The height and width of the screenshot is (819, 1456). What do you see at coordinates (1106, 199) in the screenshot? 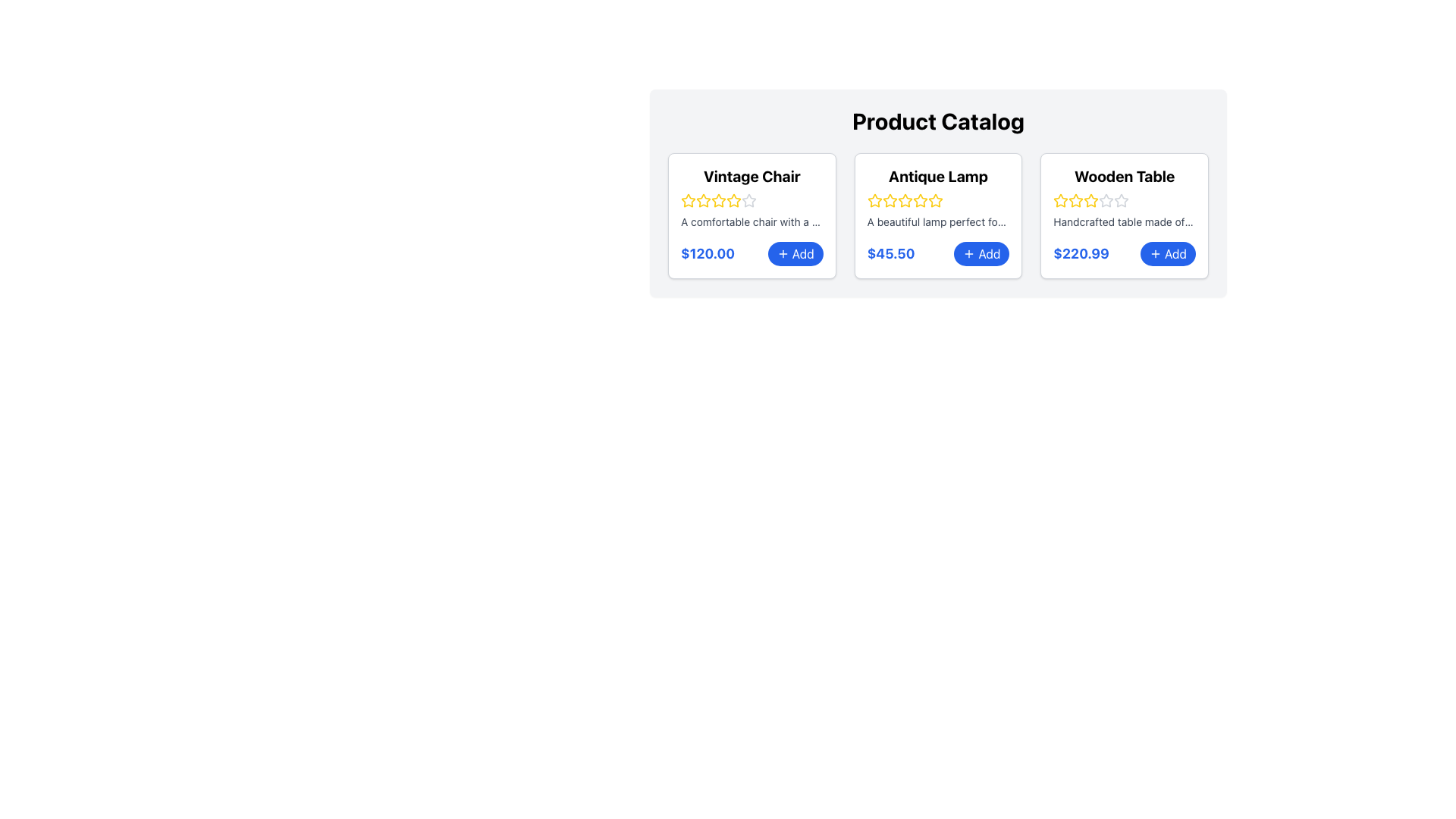
I see `the third star icon in the 5-star rating system for the 'Wooden Table' product, located at the top-middle part of the product card` at bounding box center [1106, 199].